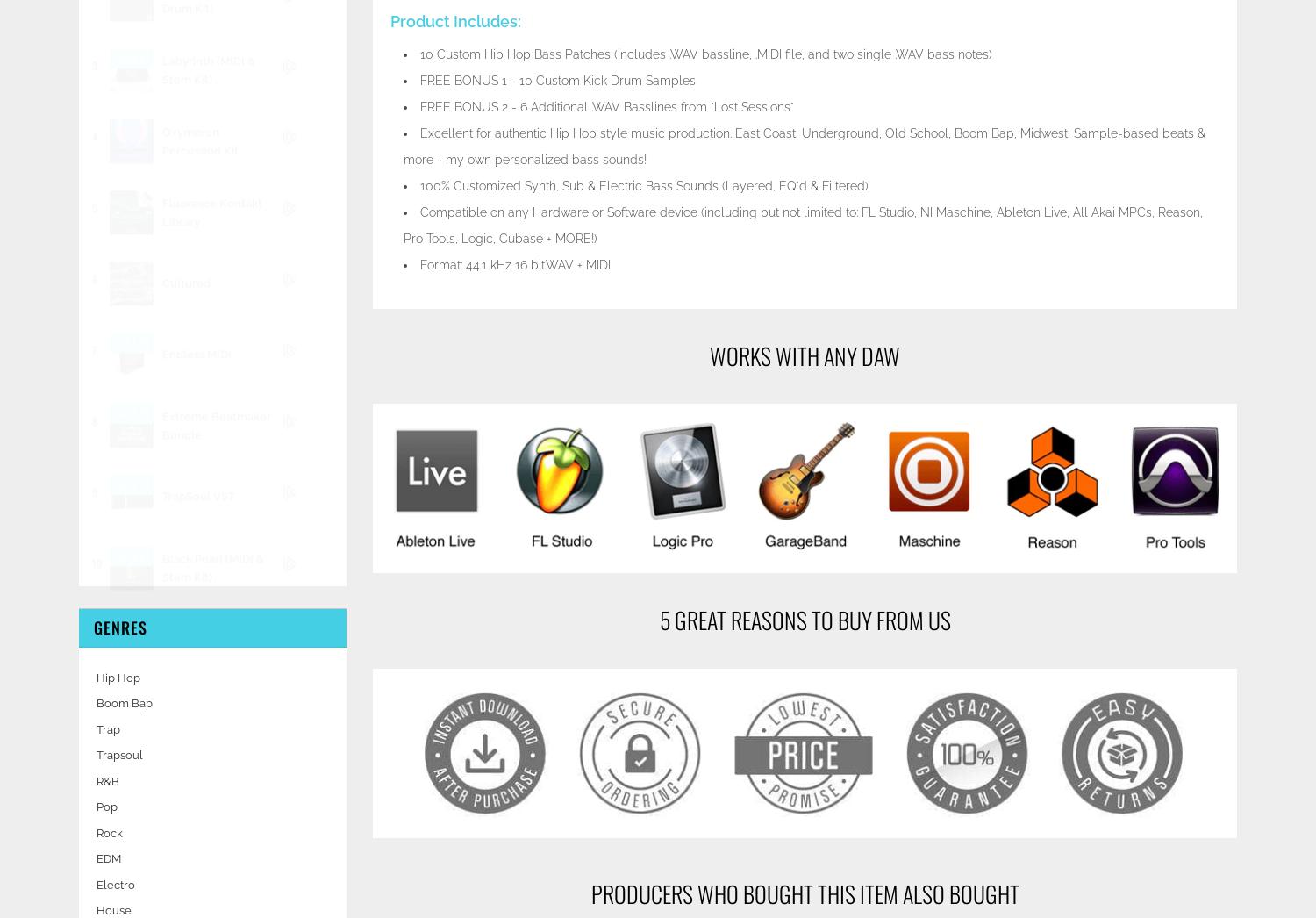  What do you see at coordinates (605, 105) in the screenshot?
I see `'FREE BONUS 2 - 6 Additional .WAV Basslines from "Lost Sessions"'` at bounding box center [605, 105].